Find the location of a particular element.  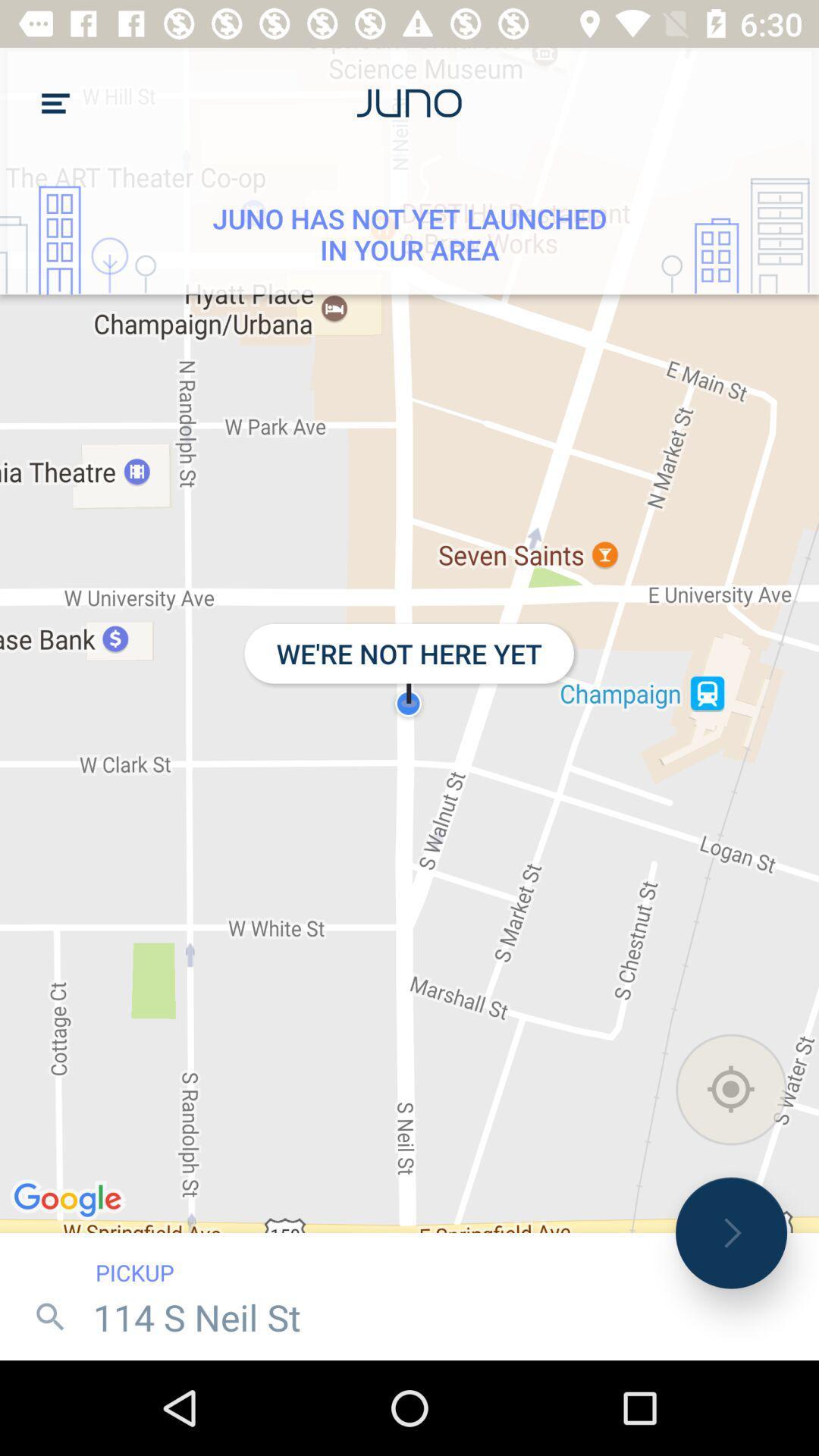

icon to the right of the pickup is located at coordinates (730, 1233).